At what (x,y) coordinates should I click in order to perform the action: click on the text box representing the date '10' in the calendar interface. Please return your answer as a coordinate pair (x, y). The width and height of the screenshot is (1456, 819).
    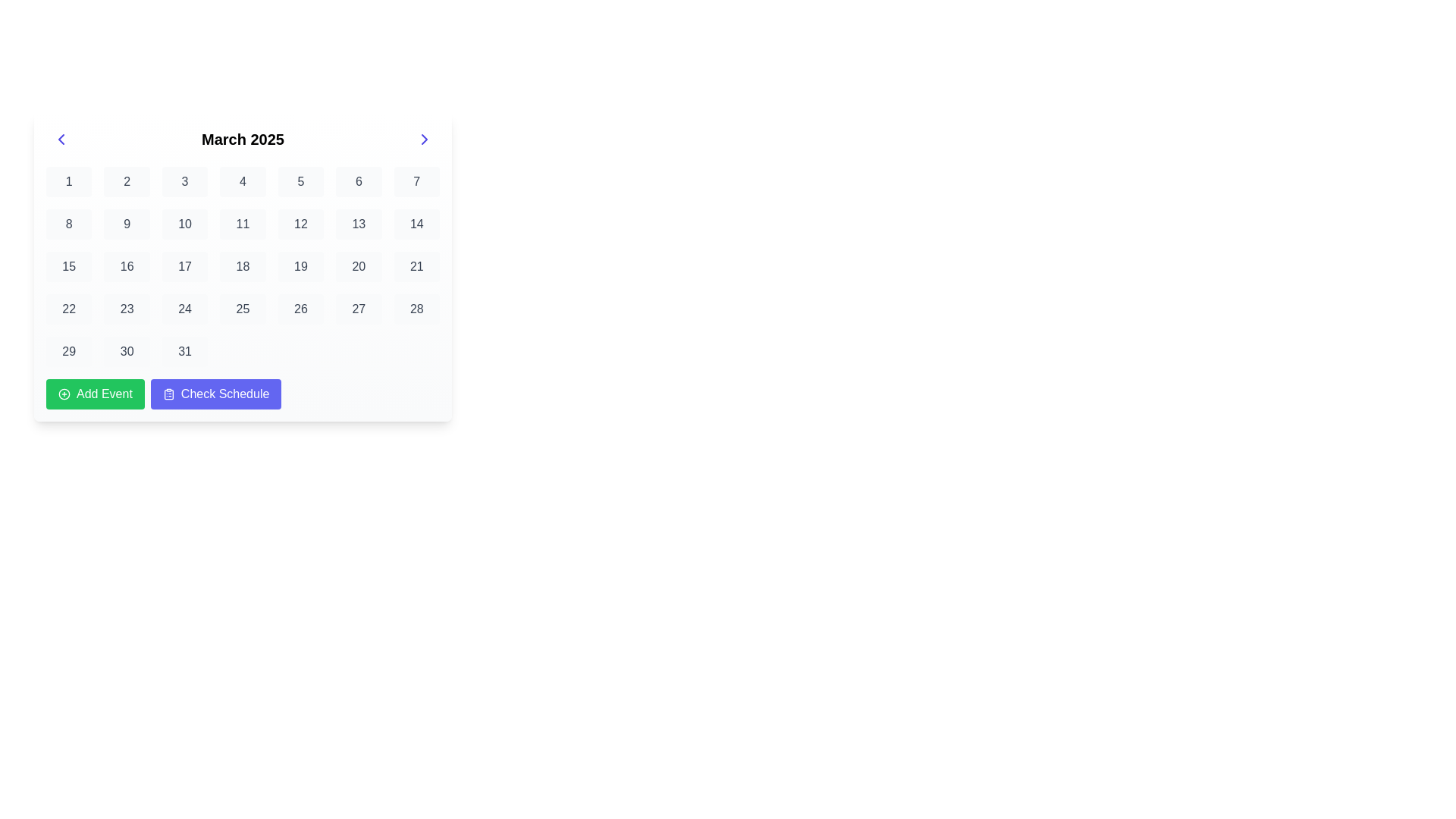
    Looking at the image, I should click on (184, 224).